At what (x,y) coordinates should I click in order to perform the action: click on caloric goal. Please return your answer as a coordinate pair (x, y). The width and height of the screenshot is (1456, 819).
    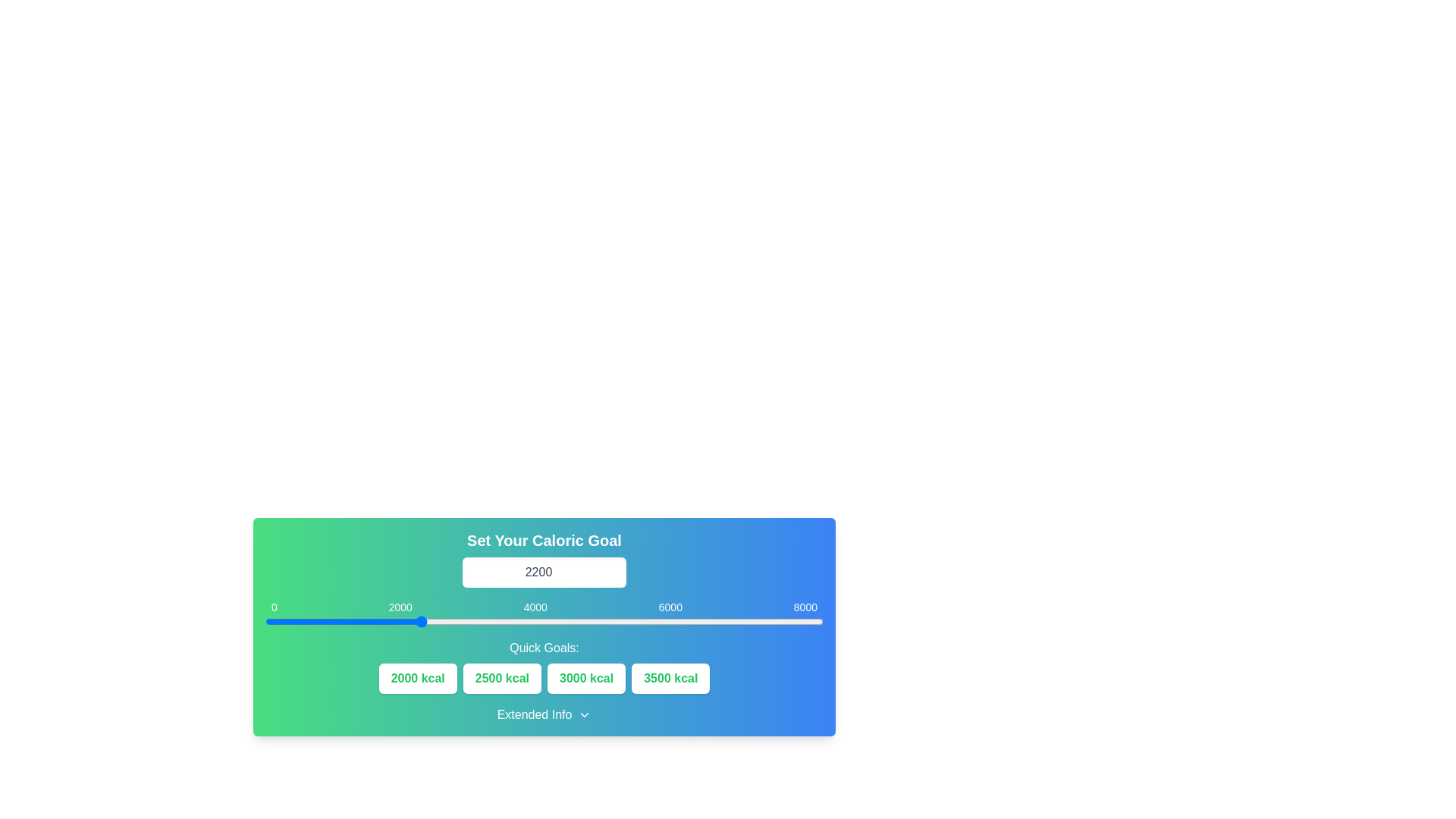
    Looking at the image, I should click on (455, 622).